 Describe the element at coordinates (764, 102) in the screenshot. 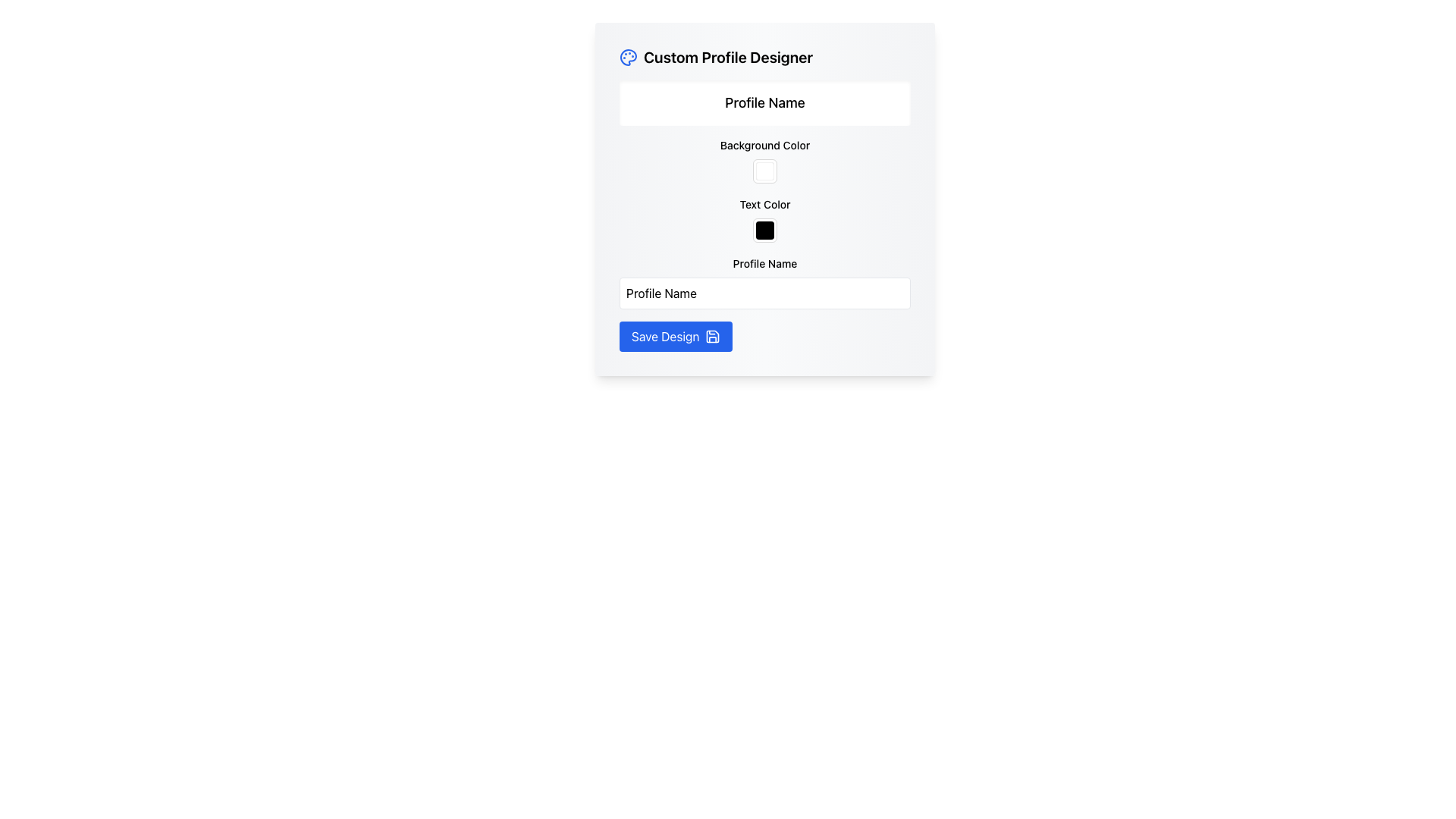

I see `the 'Profile Name' static label that is located in the 'Custom Profile Designer' section, which is a rectangular box with a light gray background and centered black text` at that location.